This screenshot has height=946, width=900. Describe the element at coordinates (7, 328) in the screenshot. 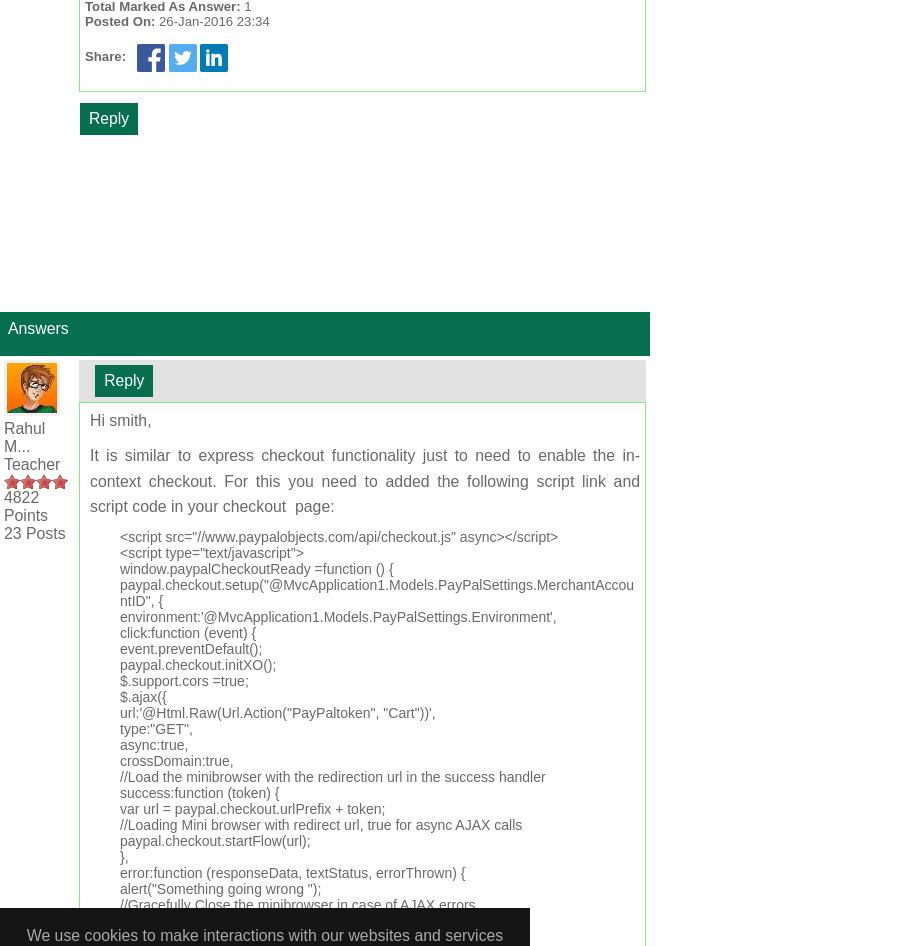

I see `'Answers'` at that location.